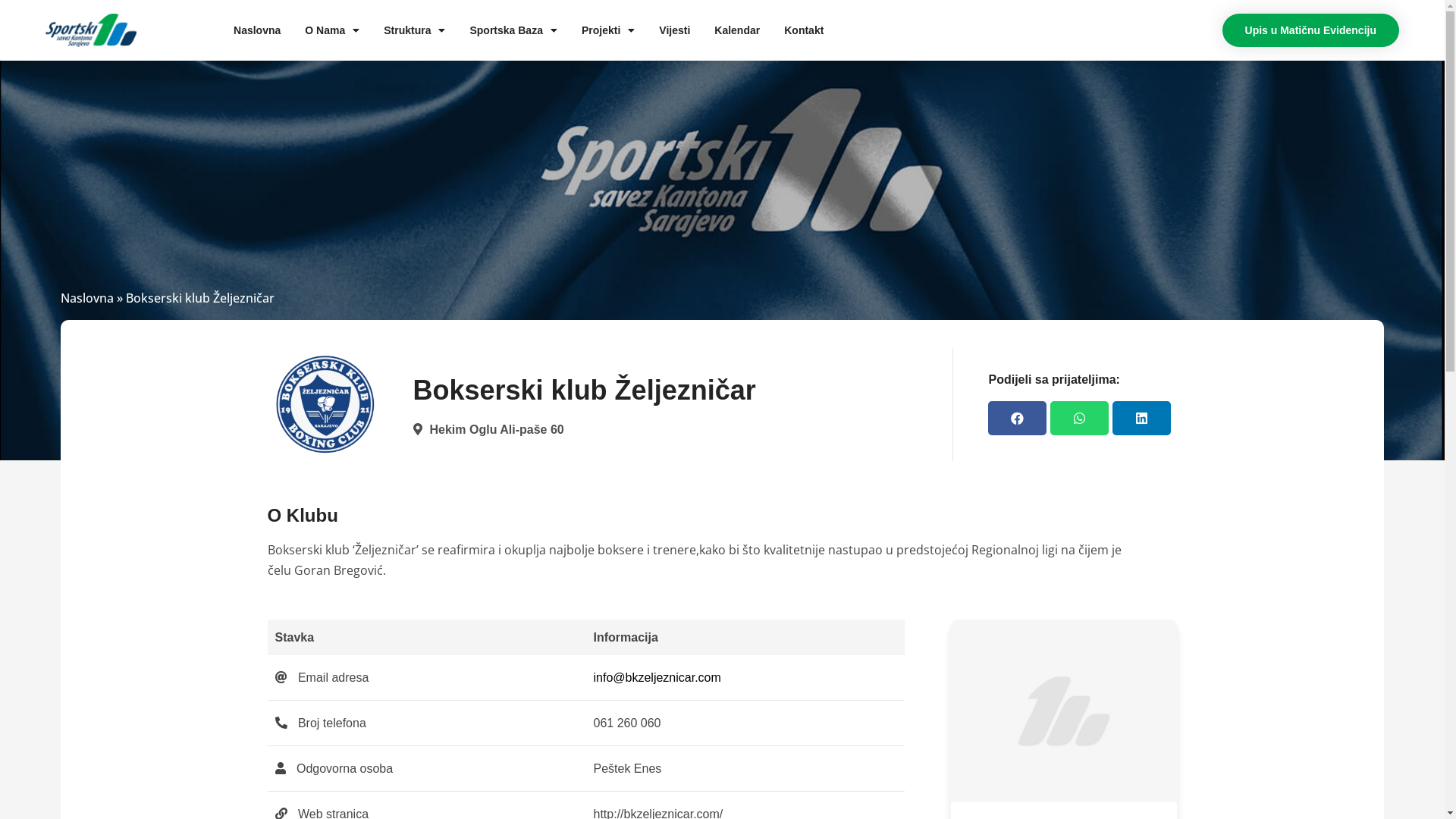 Image resolution: width=1456 pixels, height=819 pixels. What do you see at coordinates (371, 30) in the screenshot?
I see `'Struktura'` at bounding box center [371, 30].